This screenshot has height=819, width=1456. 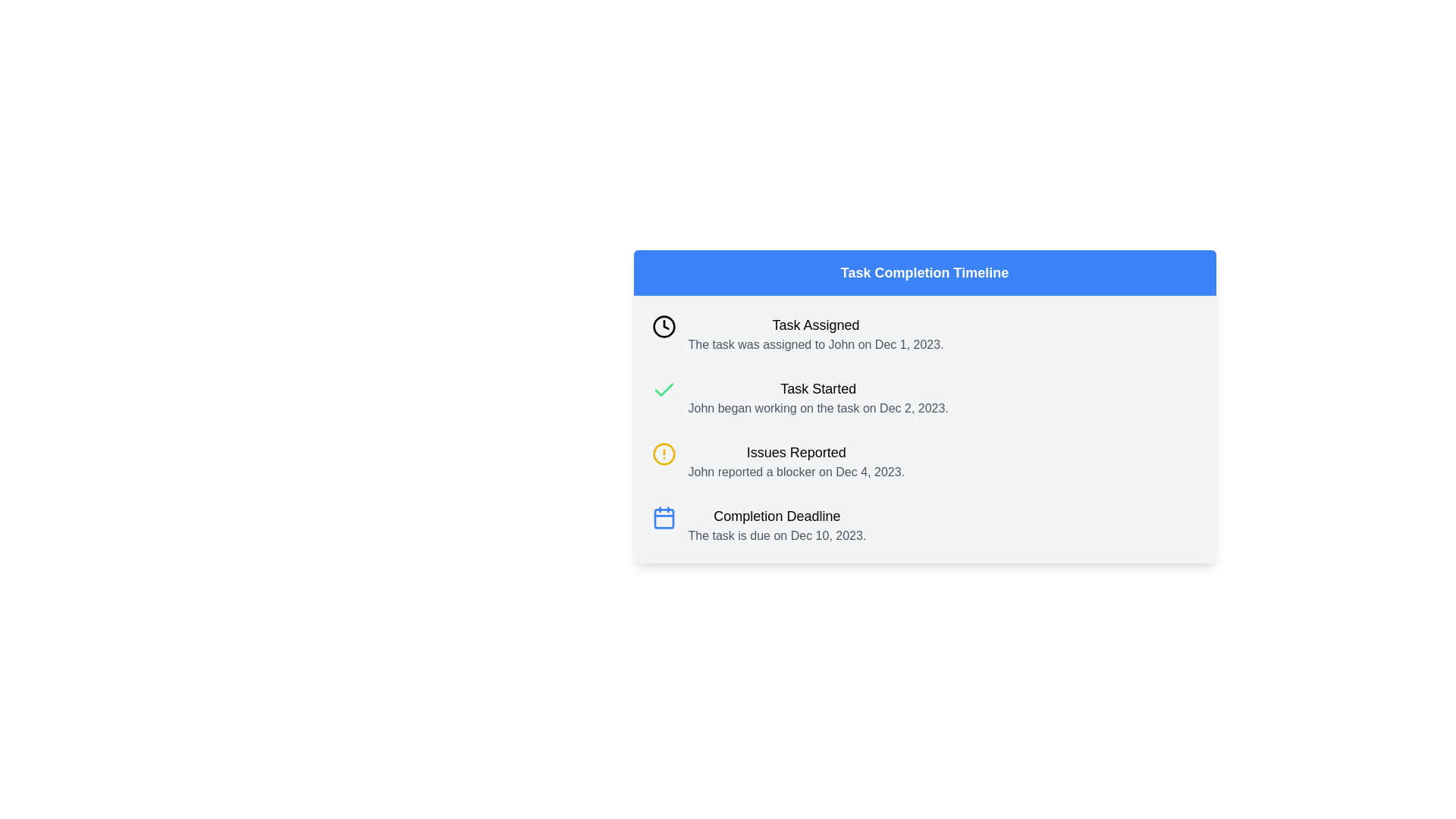 I want to click on the text element stating 'The task is due on Dec 10, 2023.' located below the 'Completion Deadline' title and calendar icon, so click(x=777, y=535).